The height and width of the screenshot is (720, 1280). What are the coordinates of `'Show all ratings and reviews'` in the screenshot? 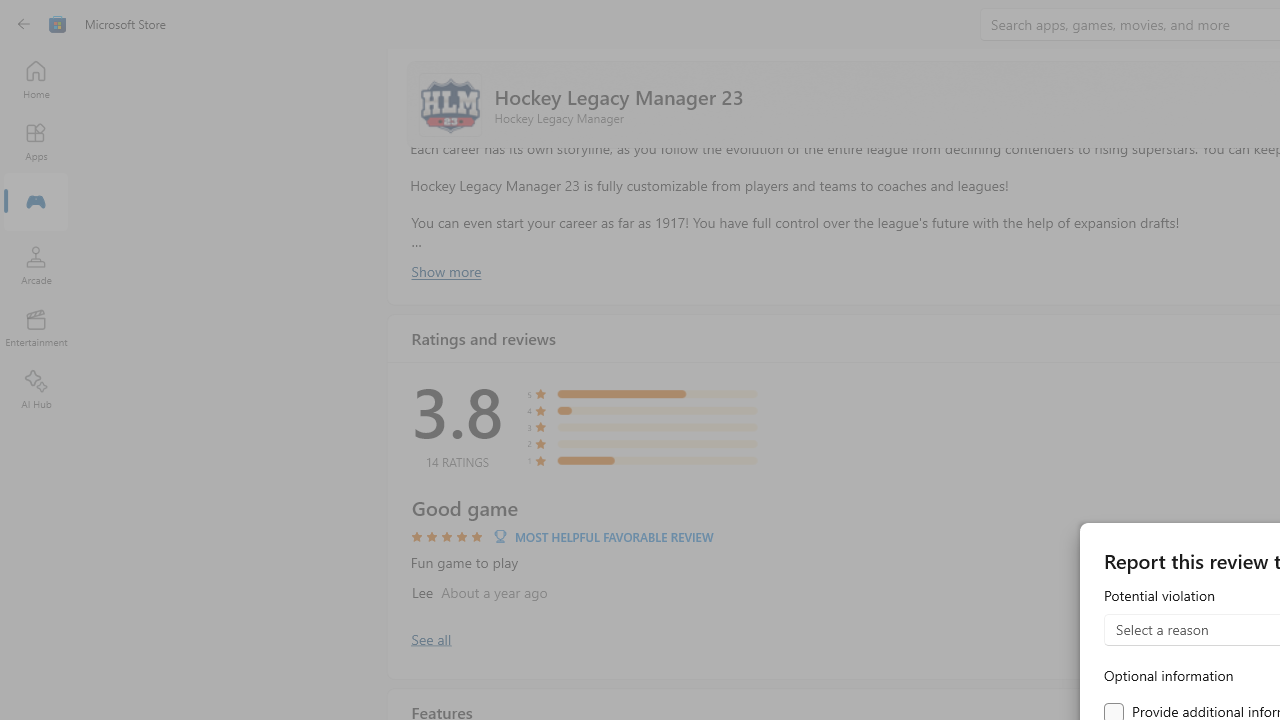 It's located at (429, 638).